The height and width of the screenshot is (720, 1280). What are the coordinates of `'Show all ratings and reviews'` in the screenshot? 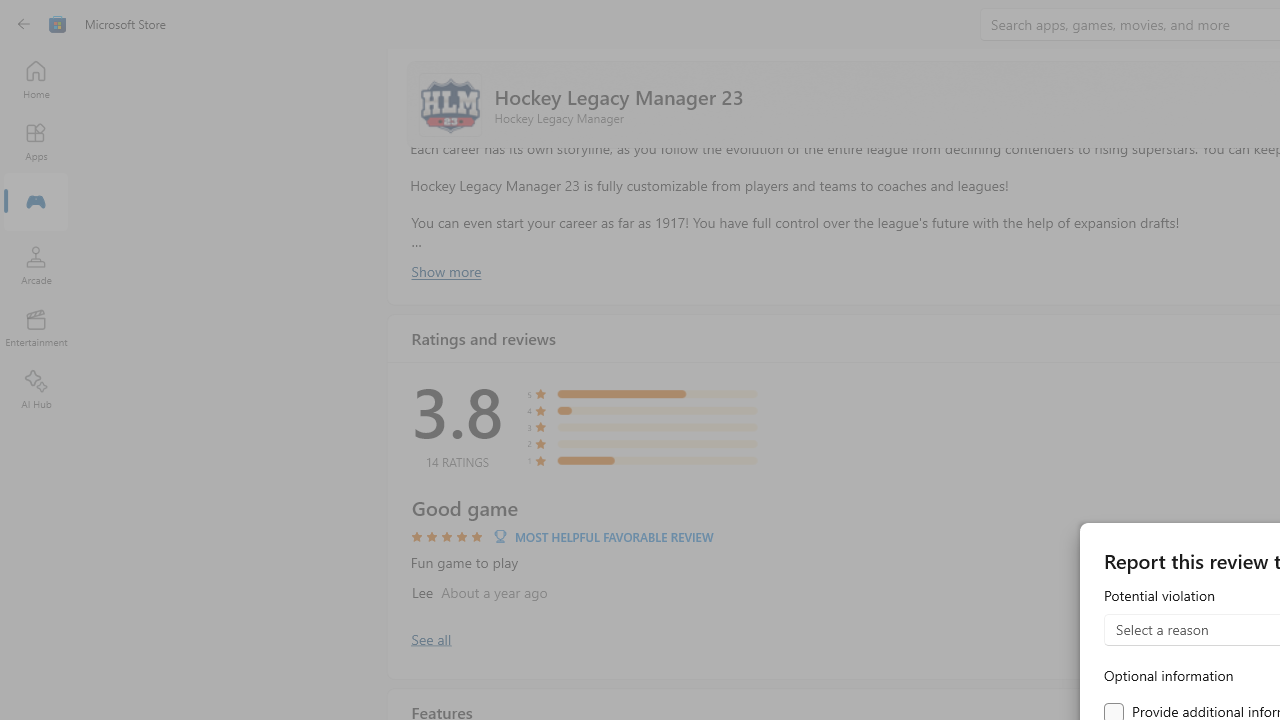 It's located at (429, 638).